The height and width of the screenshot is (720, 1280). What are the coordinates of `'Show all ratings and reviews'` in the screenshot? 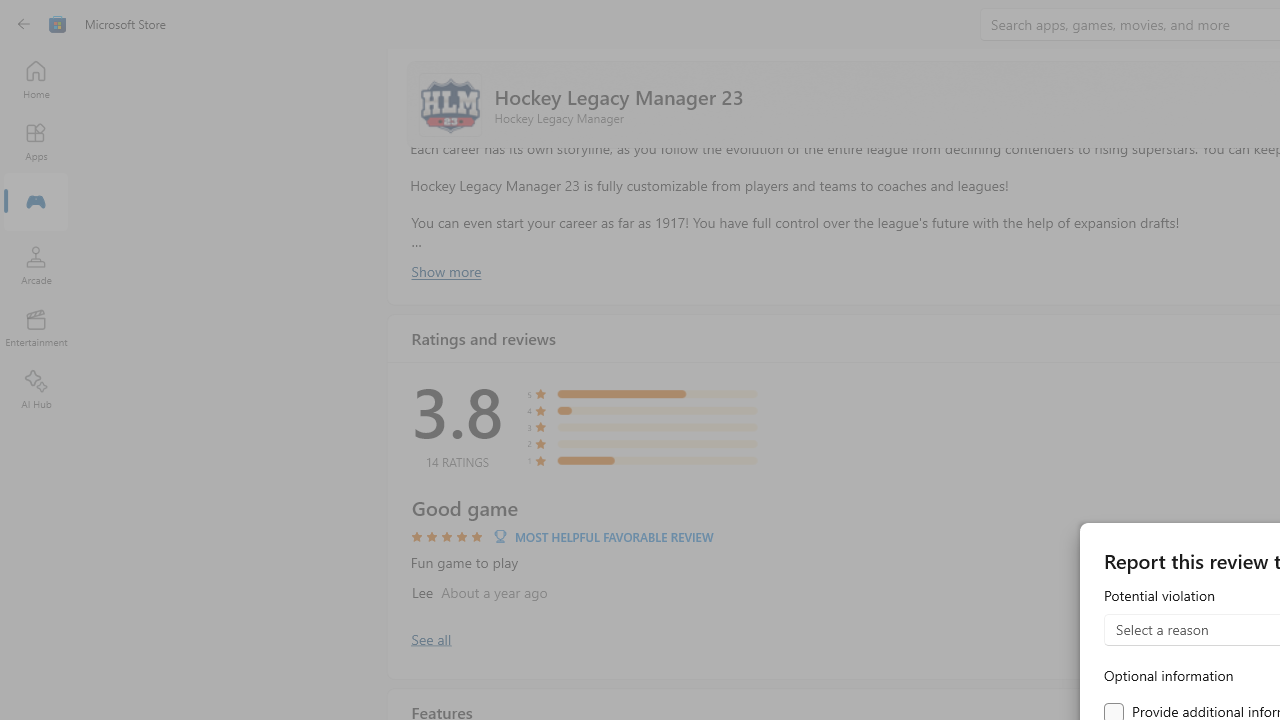 It's located at (429, 638).